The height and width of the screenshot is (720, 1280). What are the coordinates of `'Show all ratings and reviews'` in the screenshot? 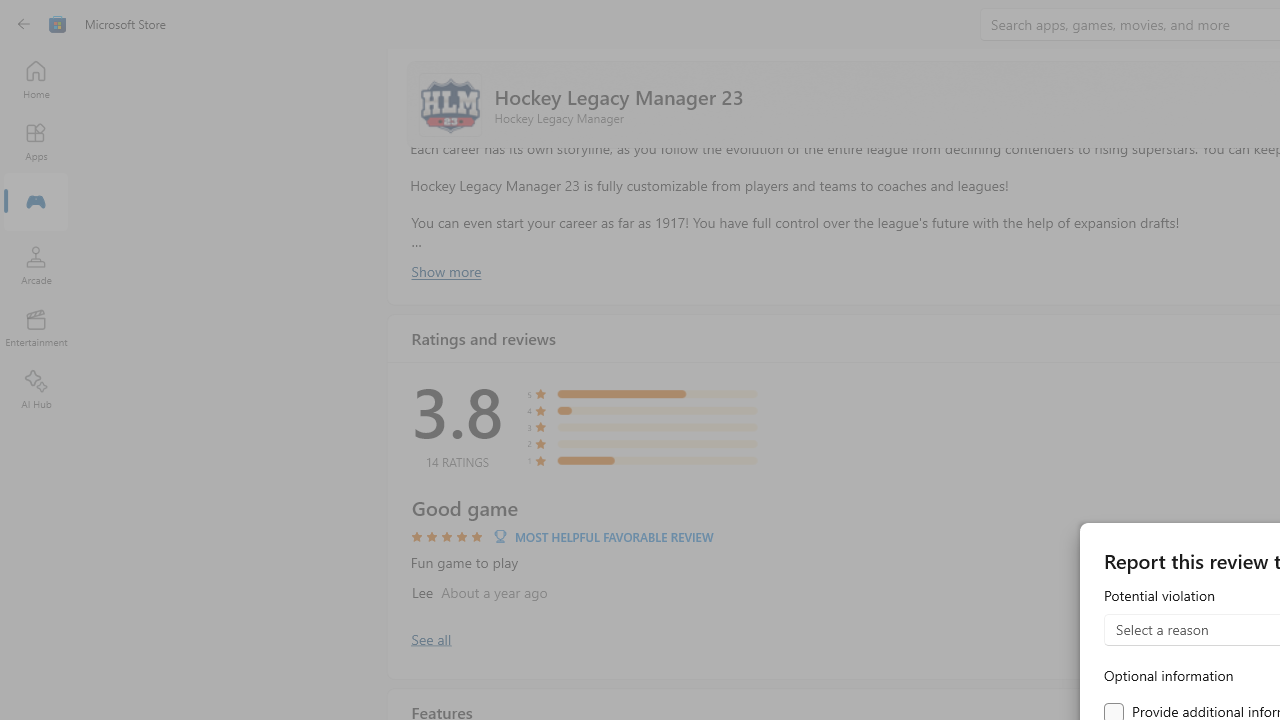 It's located at (429, 638).